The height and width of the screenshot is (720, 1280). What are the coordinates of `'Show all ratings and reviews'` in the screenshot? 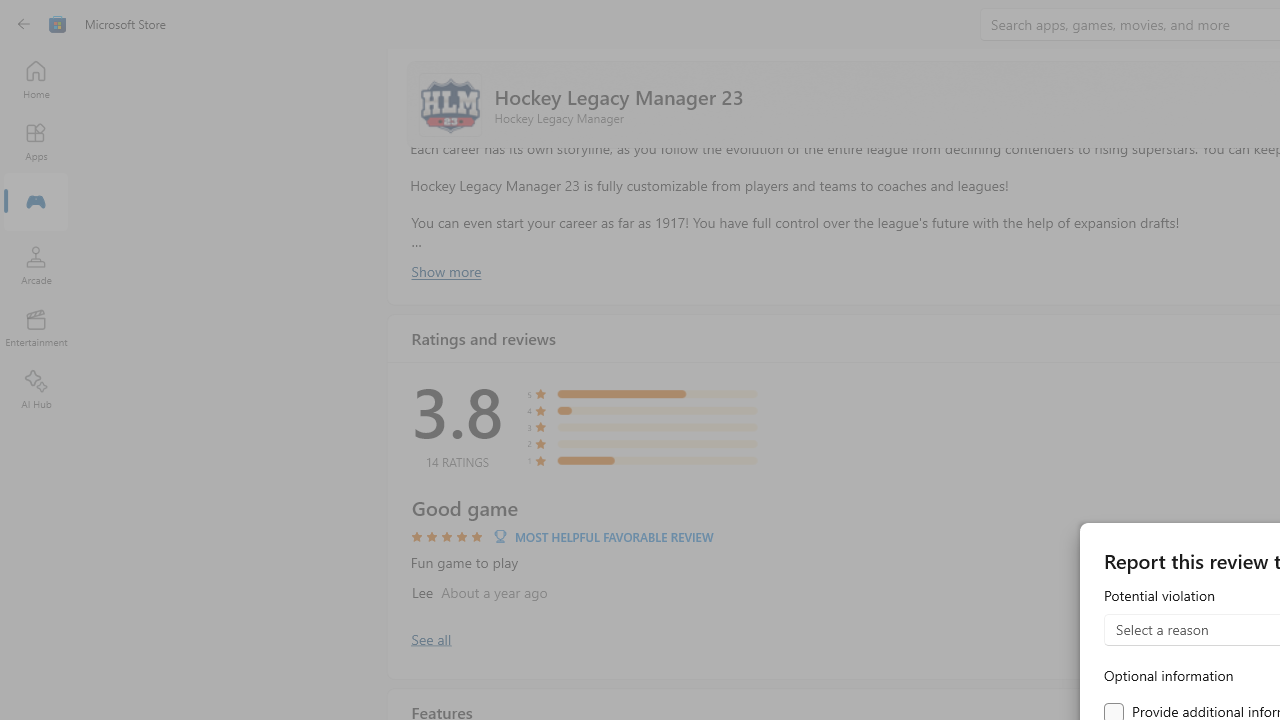 It's located at (429, 638).